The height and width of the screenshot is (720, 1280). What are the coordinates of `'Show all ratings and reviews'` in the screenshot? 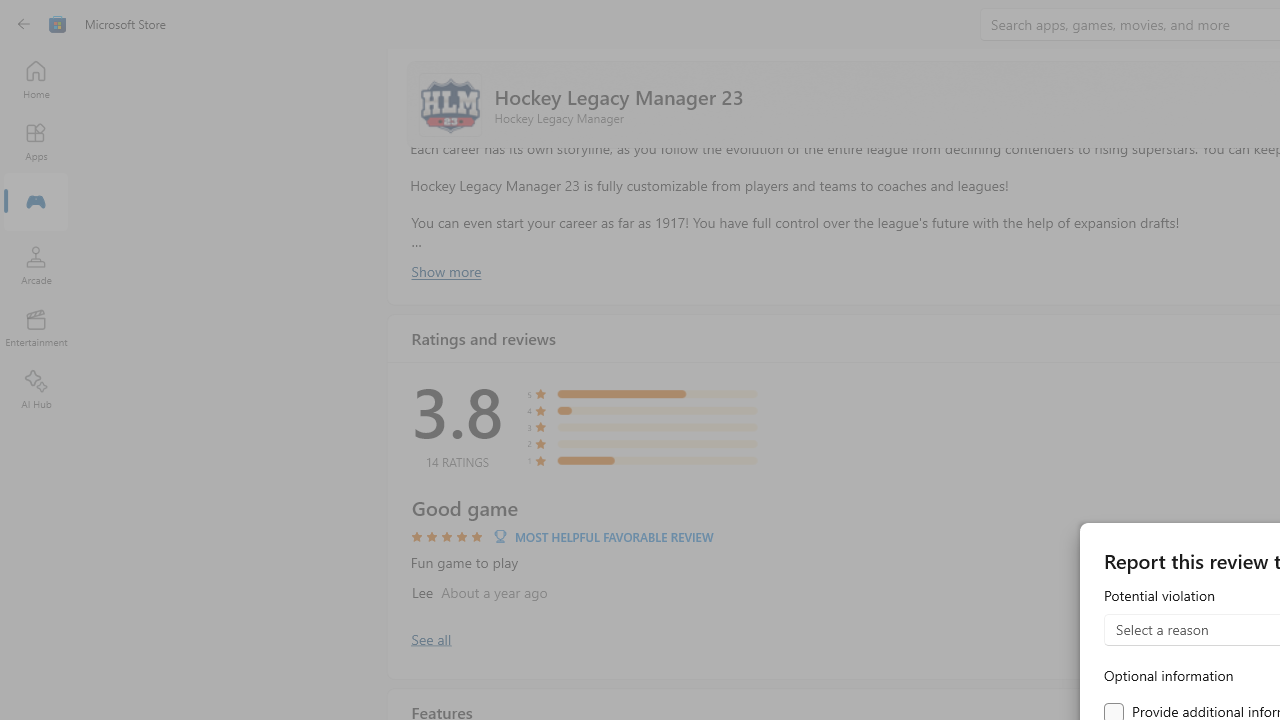 It's located at (429, 638).